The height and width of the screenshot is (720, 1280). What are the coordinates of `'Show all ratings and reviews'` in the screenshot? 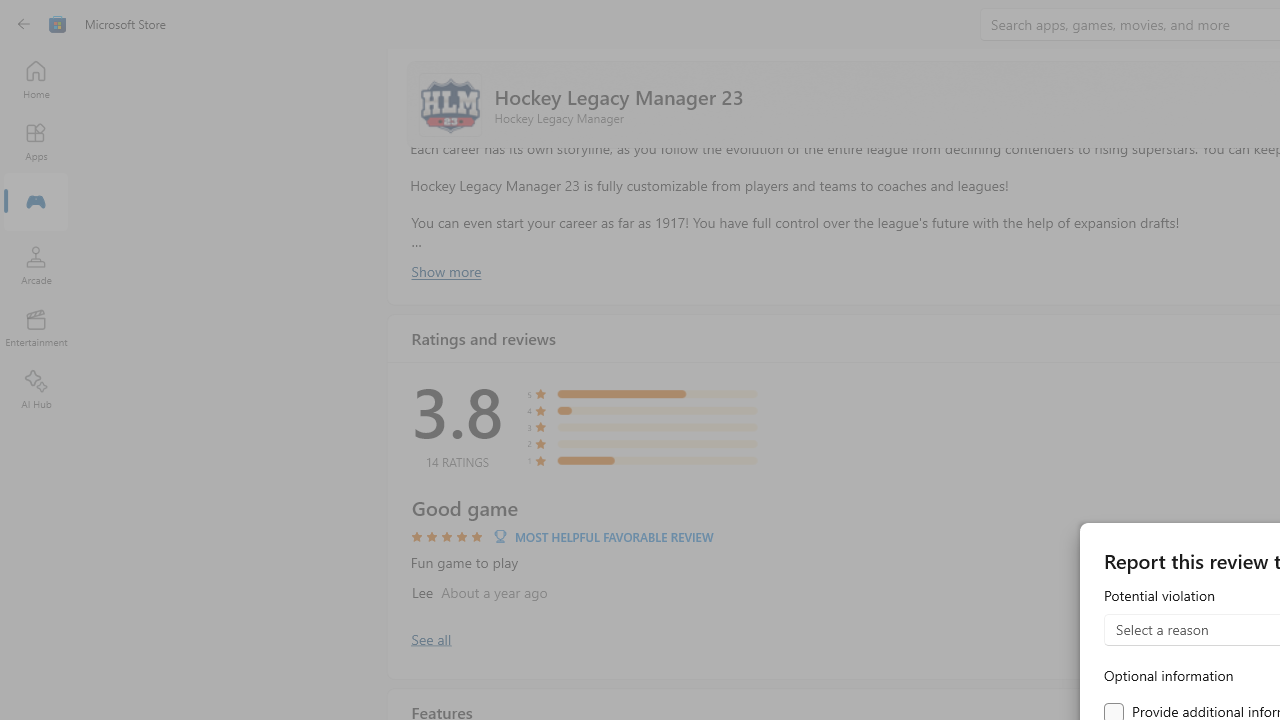 It's located at (429, 638).